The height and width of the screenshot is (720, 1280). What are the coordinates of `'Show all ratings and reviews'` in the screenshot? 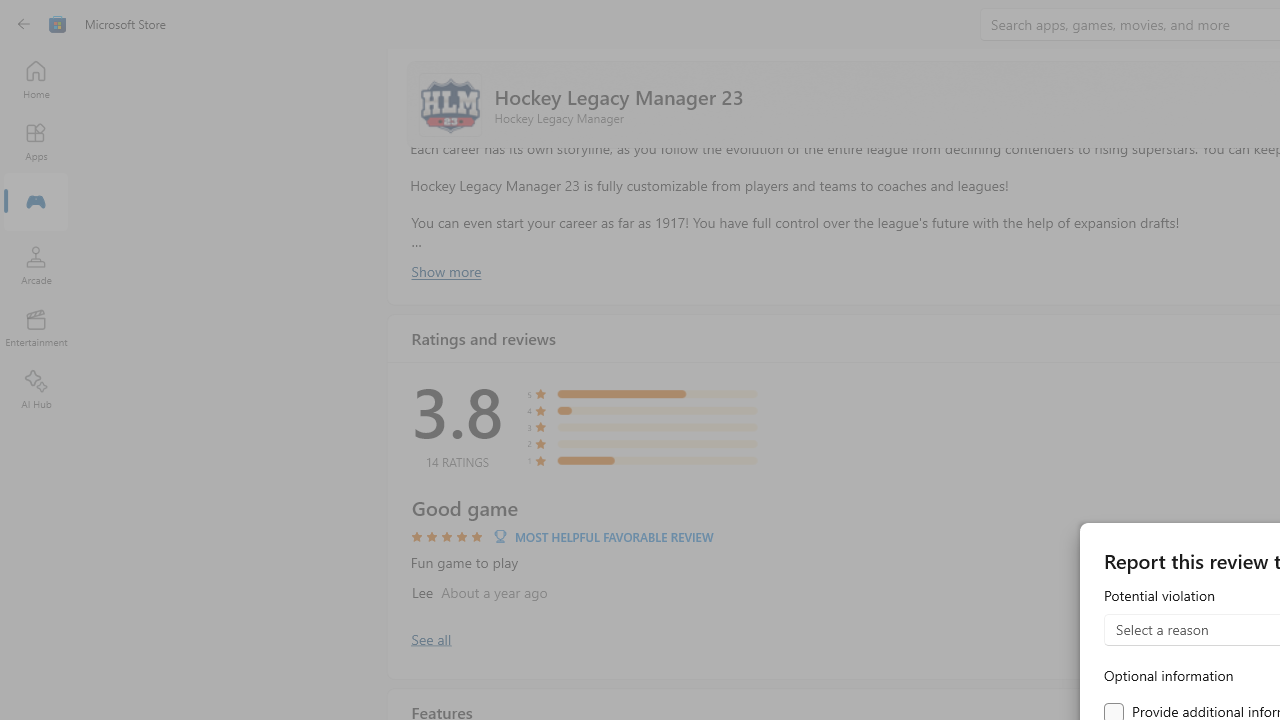 It's located at (429, 638).